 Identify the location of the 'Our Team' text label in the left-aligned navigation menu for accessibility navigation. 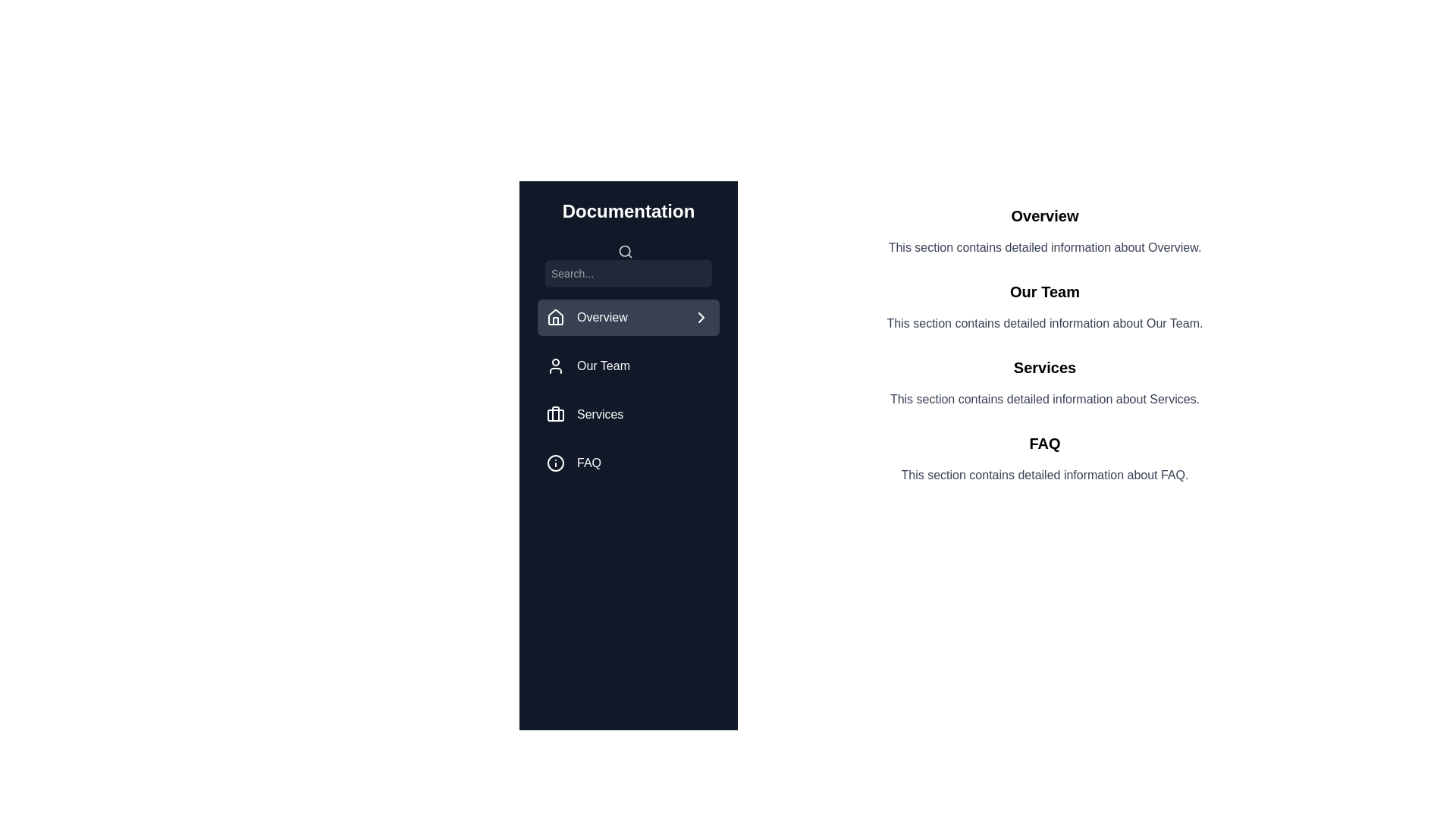
(603, 366).